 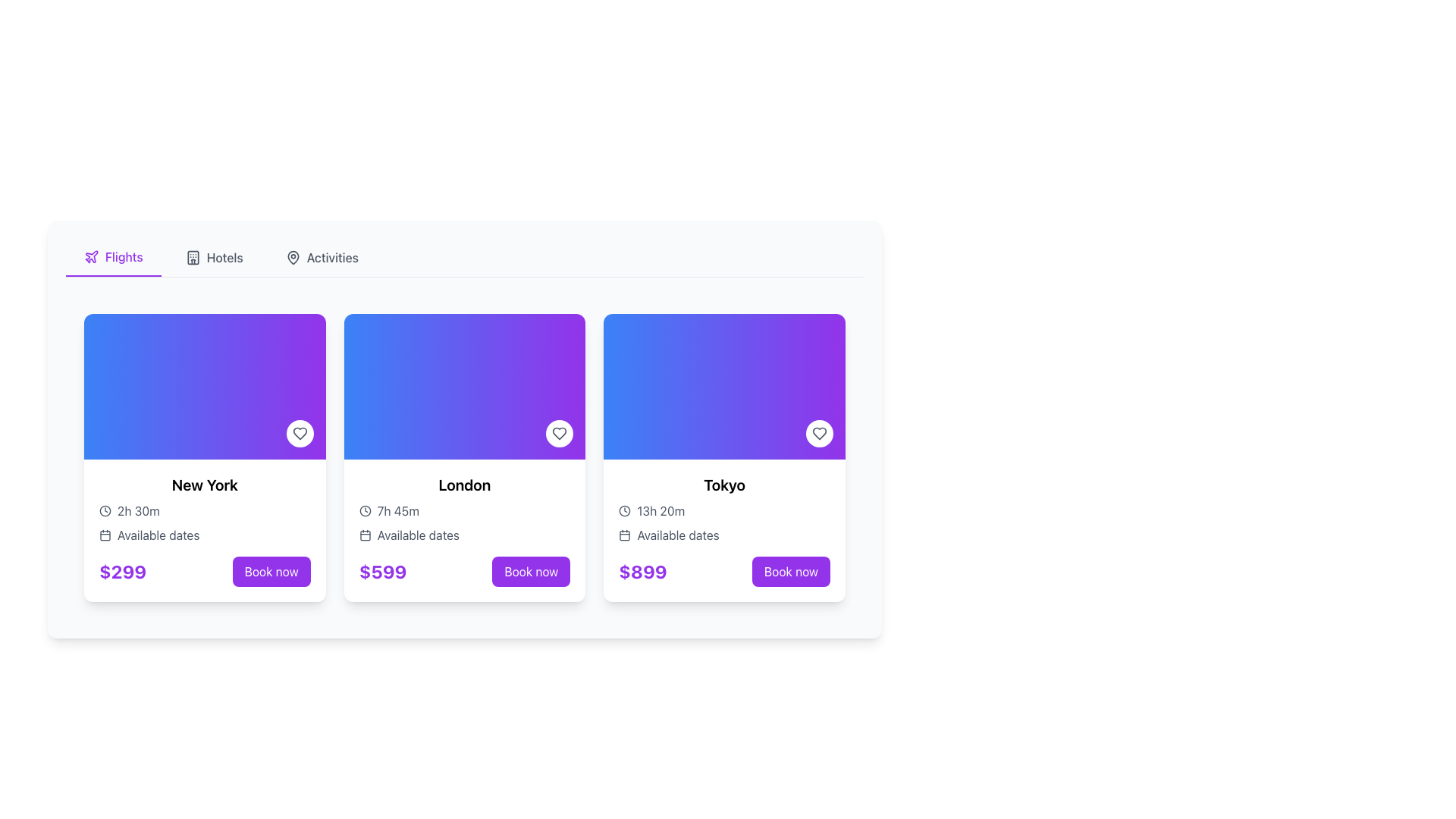 What do you see at coordinates (105, 511) in the screenshot?
I see `the non-interactive circular icon component of the clock icon located above the '13h 20m' text in the Tokyo travel card` at bounding box center [105, 511].